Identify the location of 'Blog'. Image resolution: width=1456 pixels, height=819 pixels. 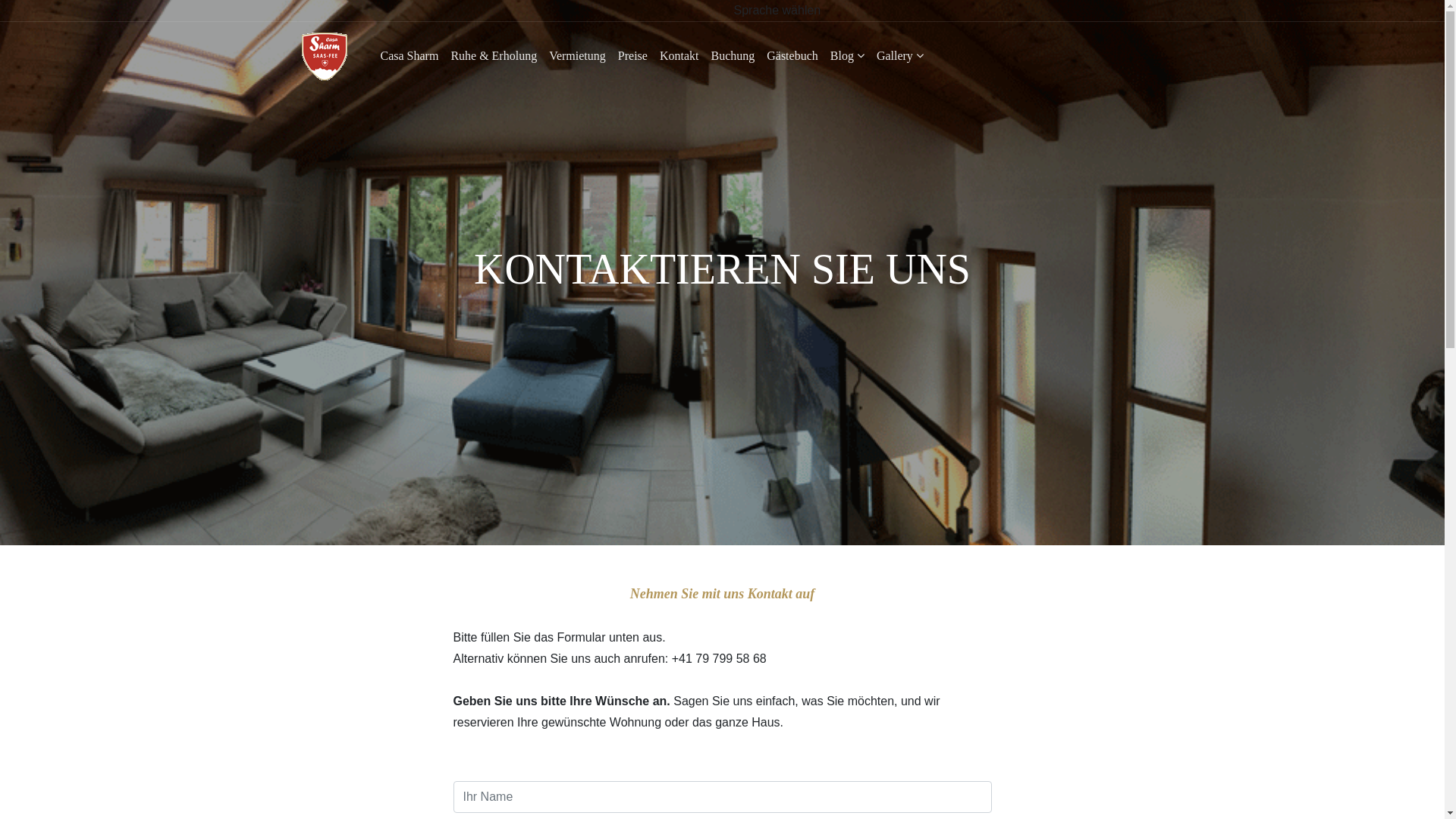
(846, 55).